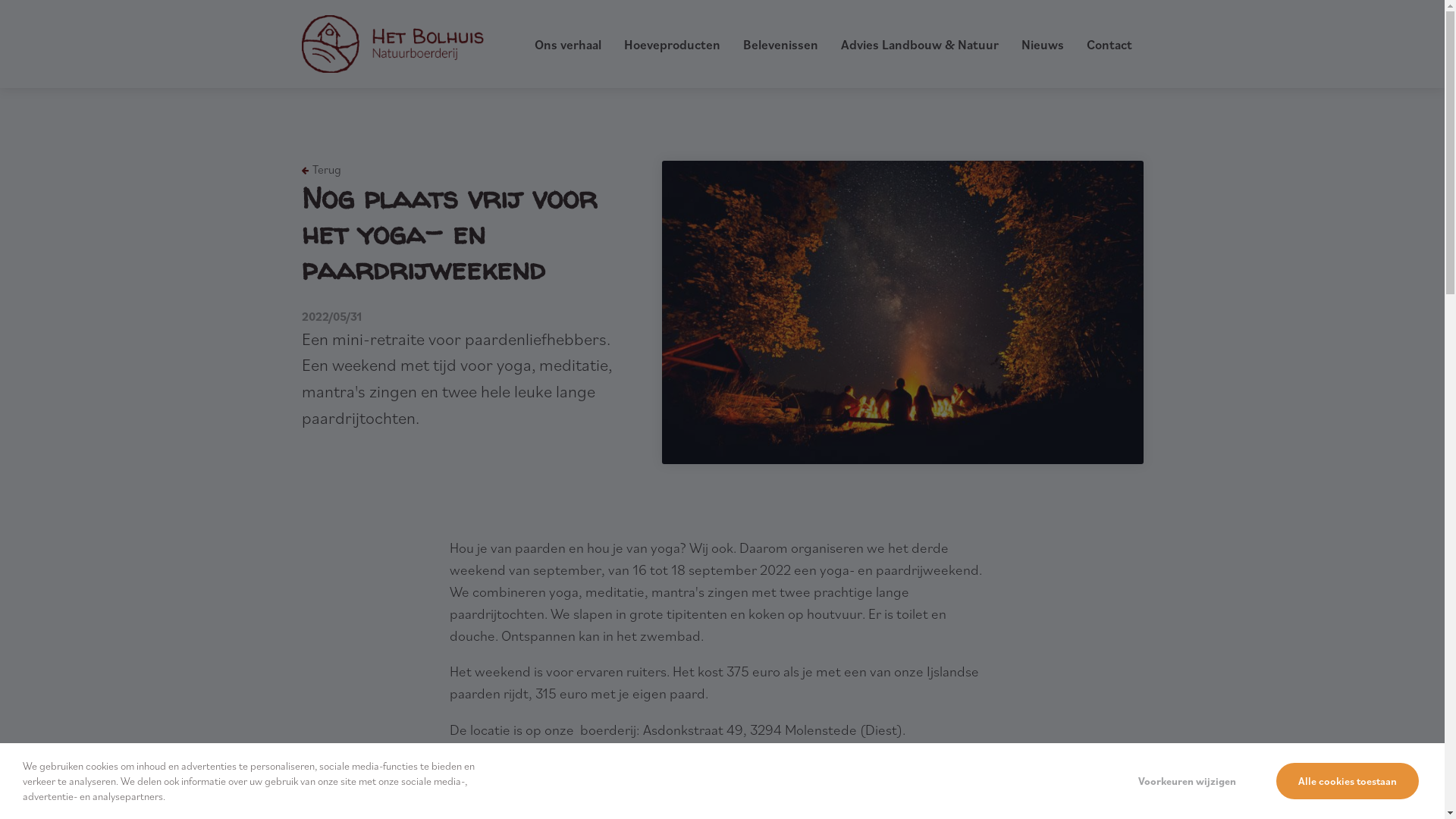 Image resolution: width=1456 pixels, height=819 pixels. What do you see at coordinates (670, 43) in the screenshot?
I see `'Hoeveproducten'` at bounding box center [670, 43].